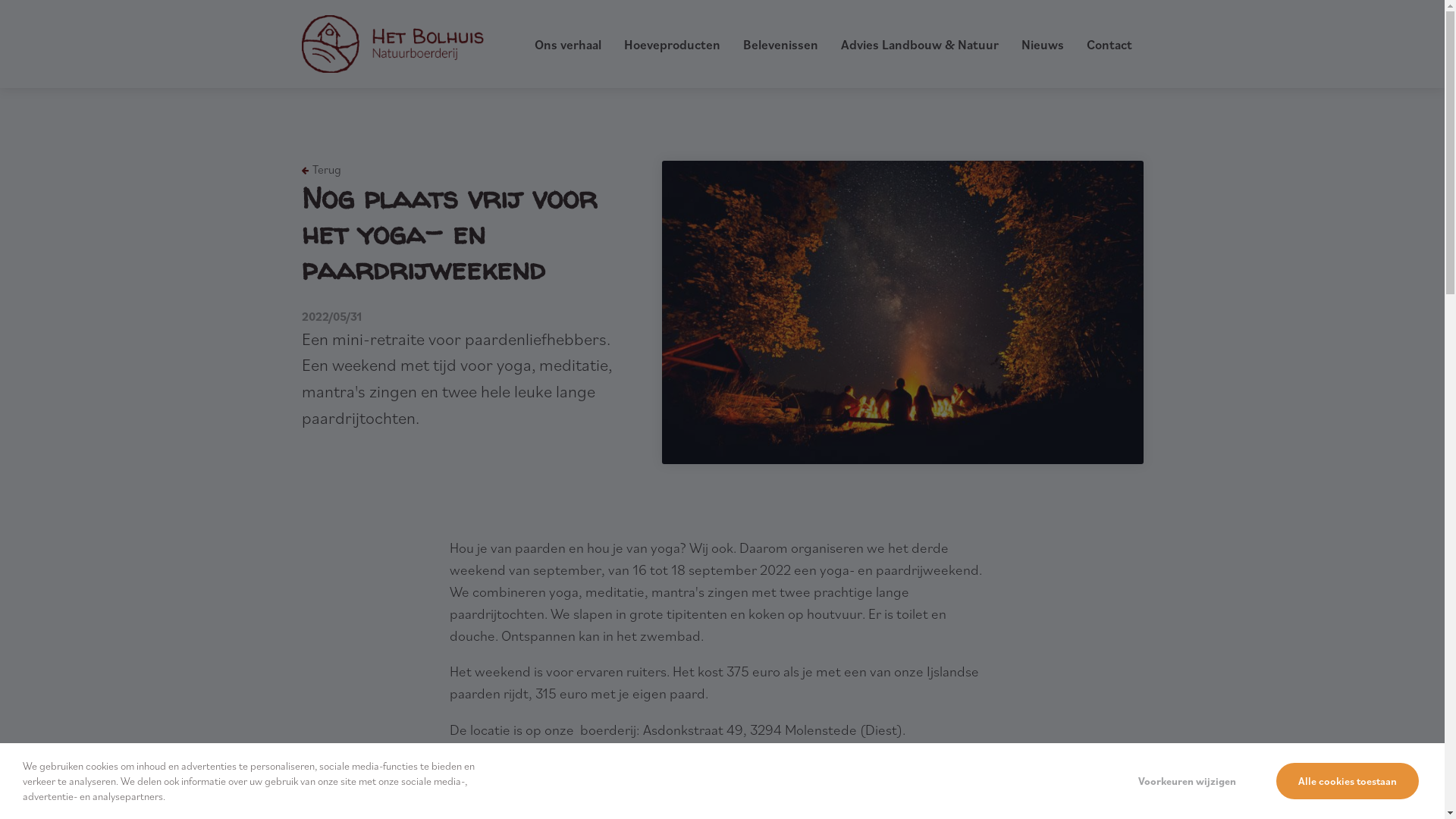 Image resolution: width=1456 pixels, height=819 pixels. What do you see at coordinates (670, 43) in the screenshot?
I see `'Hoeveproducten'` at bounding box center [670, 43].